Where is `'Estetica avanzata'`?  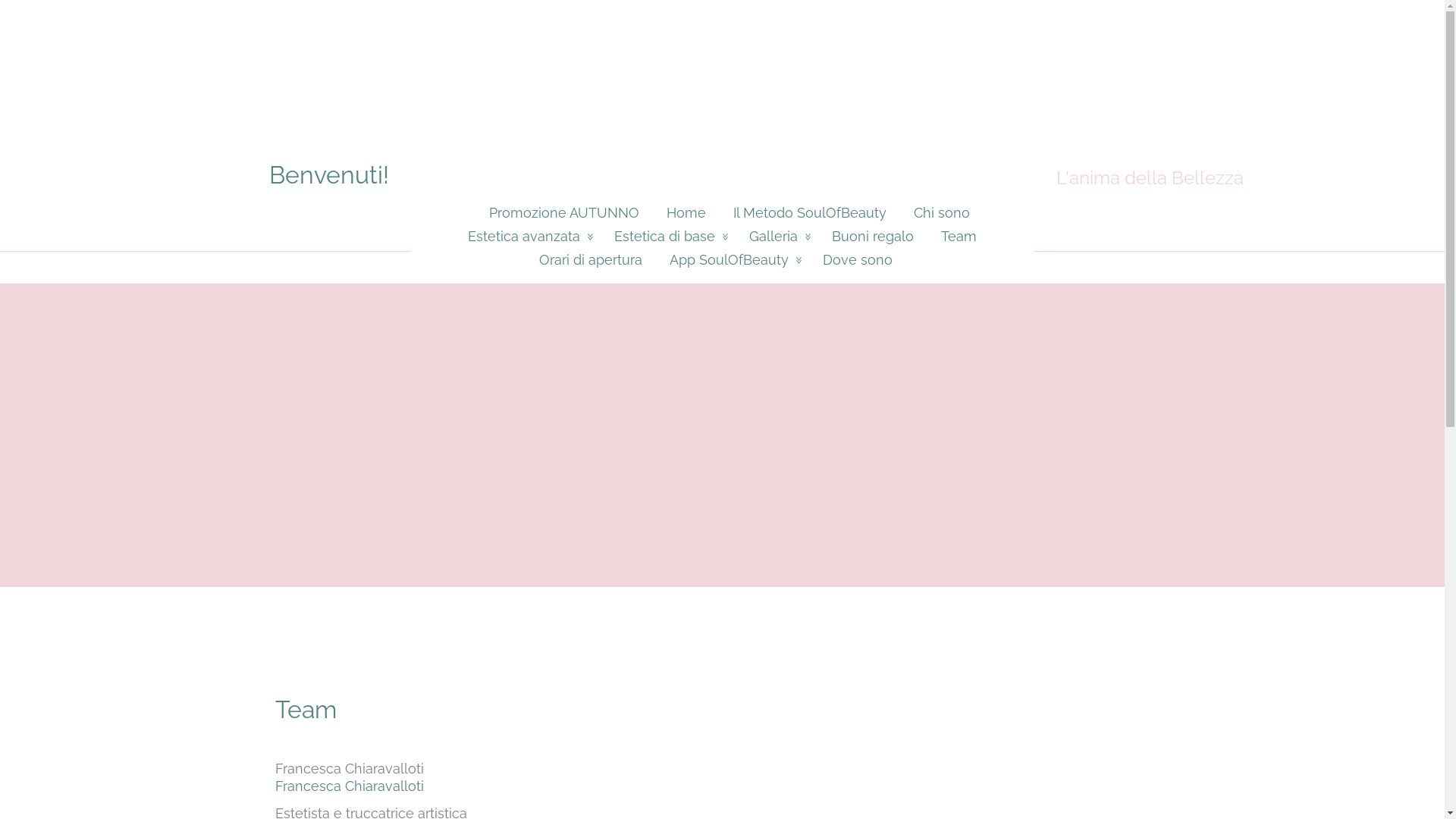 'Estetica avanzata' is located at coordinates (527, 236).